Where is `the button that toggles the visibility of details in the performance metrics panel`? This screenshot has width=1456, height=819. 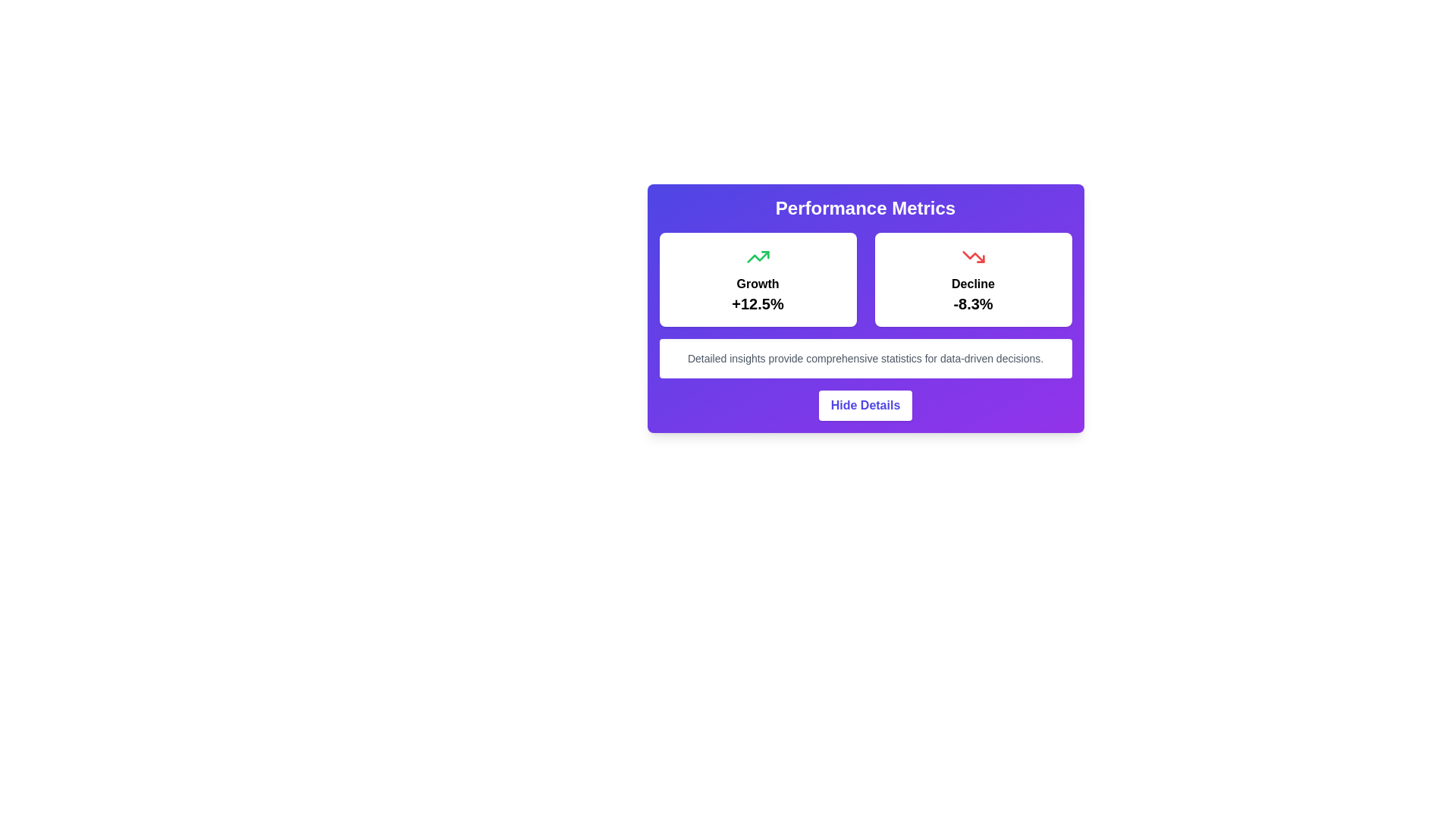 the button that toggles the visibility of details in the performance metrics panel is located at coordinates (865, 405).